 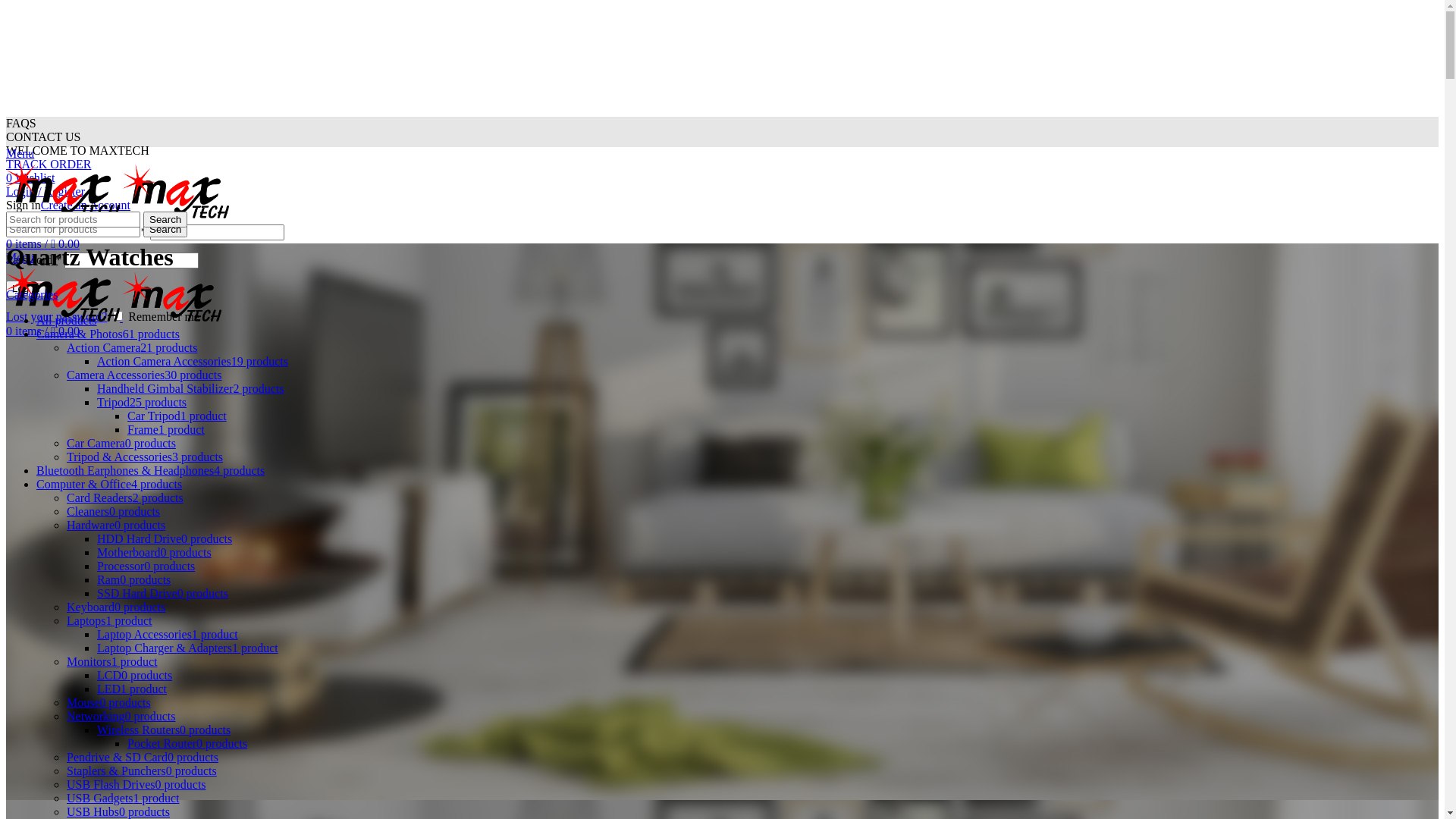 I want to click on 'Motherboard0 products', so click(x=154, y=552).